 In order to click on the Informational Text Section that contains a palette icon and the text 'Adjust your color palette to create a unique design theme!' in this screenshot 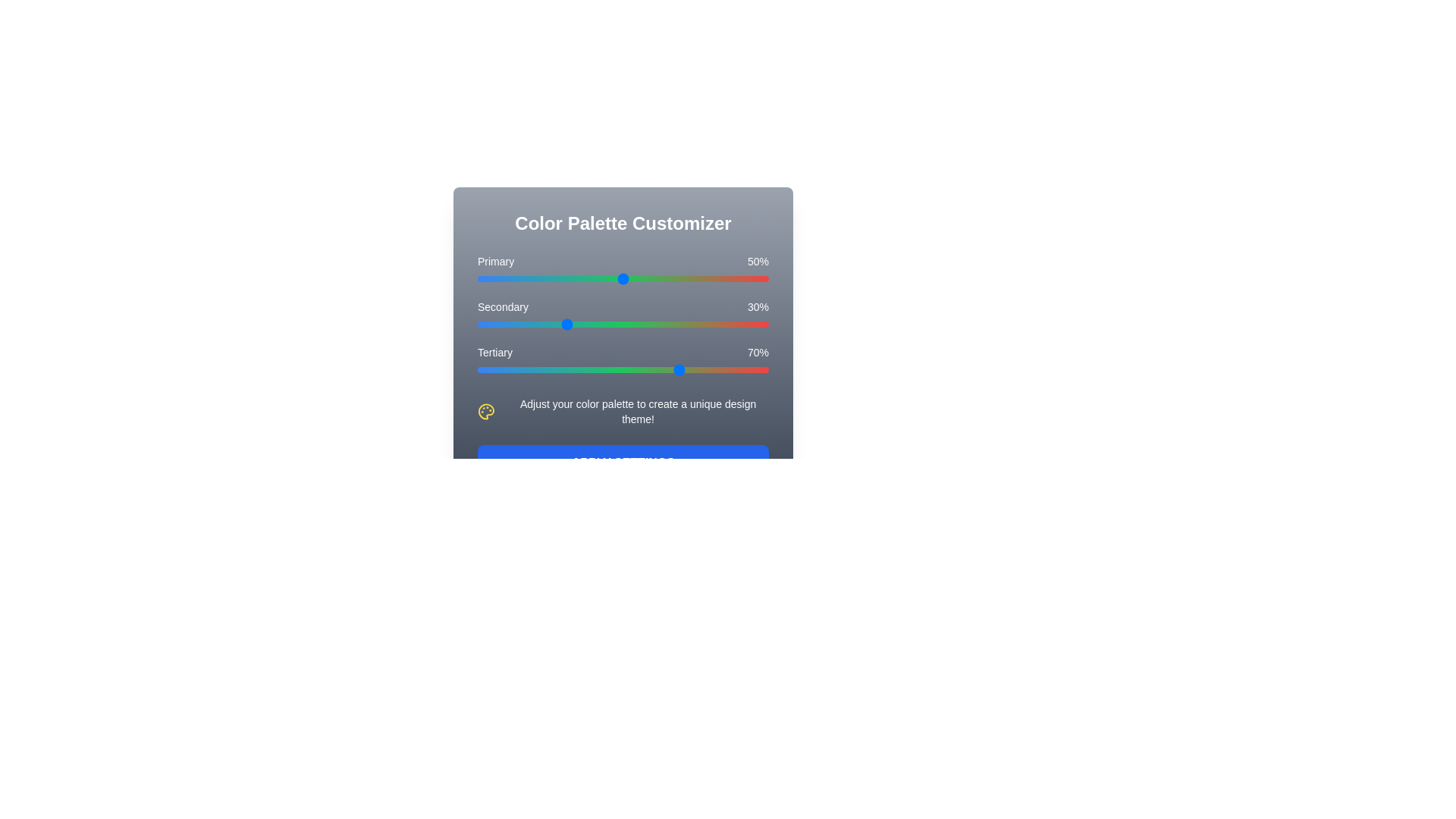, I will do `click(623, 412)`.